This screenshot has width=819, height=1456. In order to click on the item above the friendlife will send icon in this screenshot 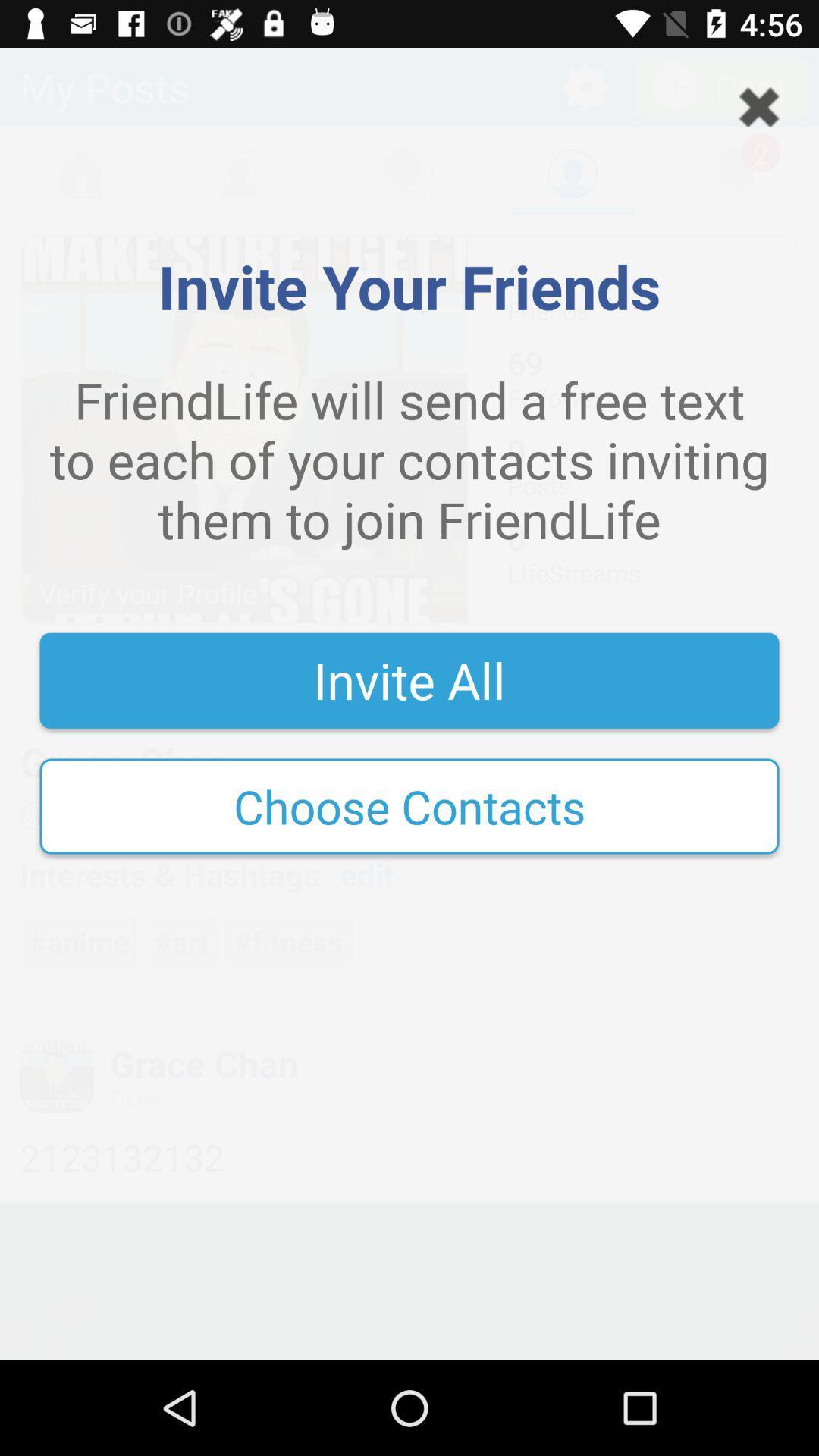, I will do `click(759, 106)`.